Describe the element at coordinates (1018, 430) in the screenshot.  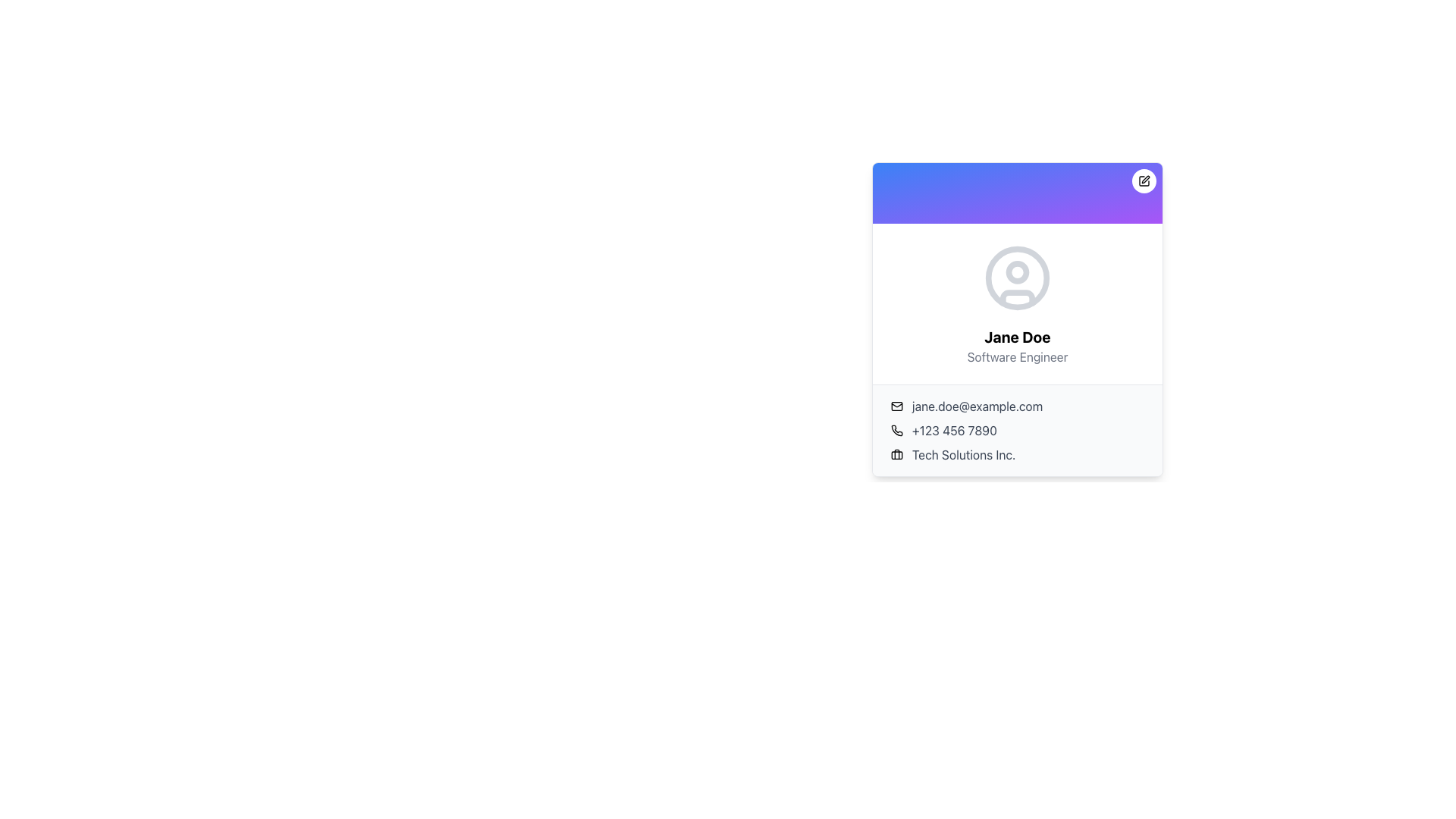
I see `the contact information section, which includes email, phone number, and company name, and is located at the bottom of a card-like layout` at that location.